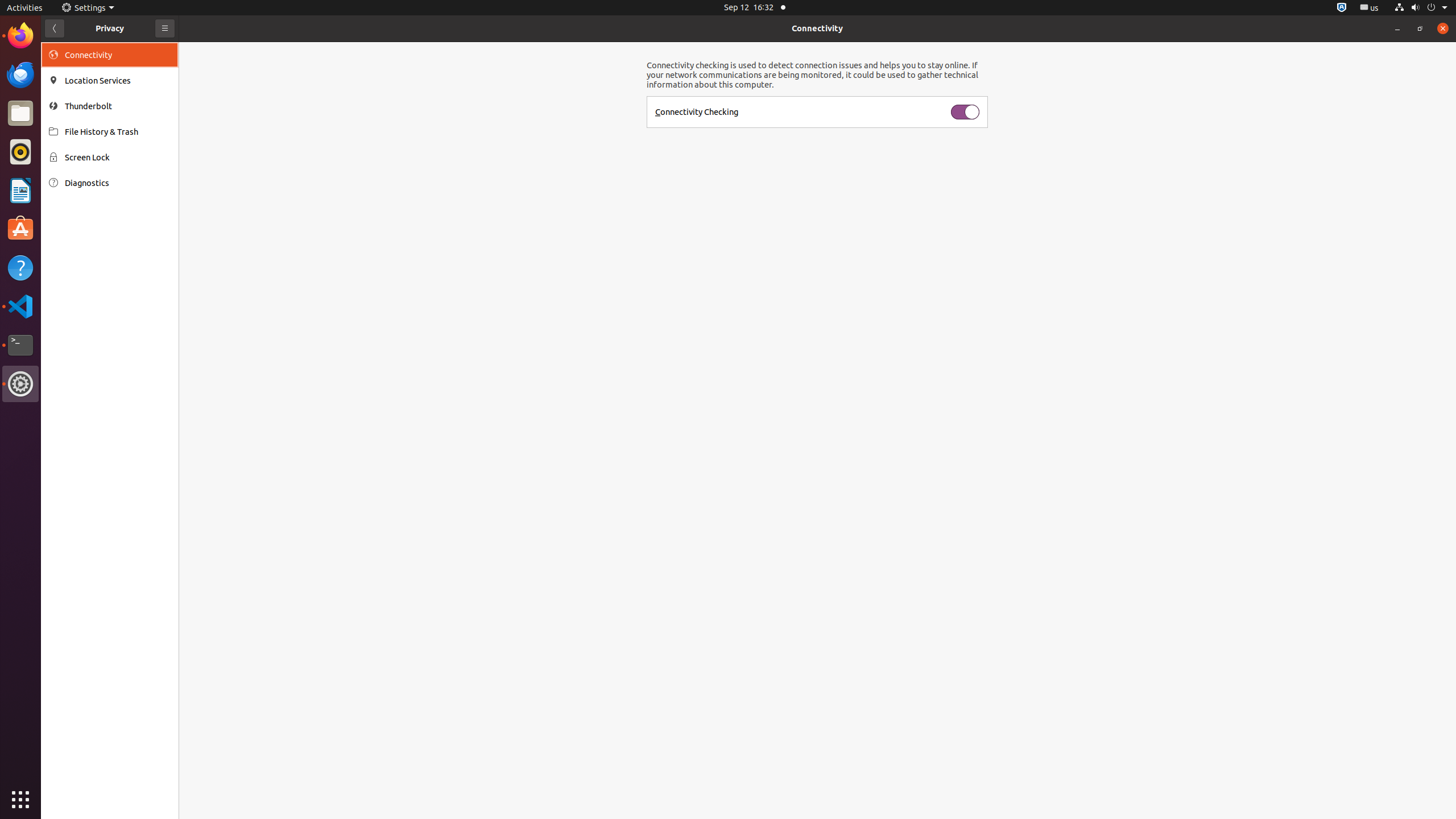  Describe the element at coordinates (24, 7) in the screenshot. I see `'Activities'` at that location.